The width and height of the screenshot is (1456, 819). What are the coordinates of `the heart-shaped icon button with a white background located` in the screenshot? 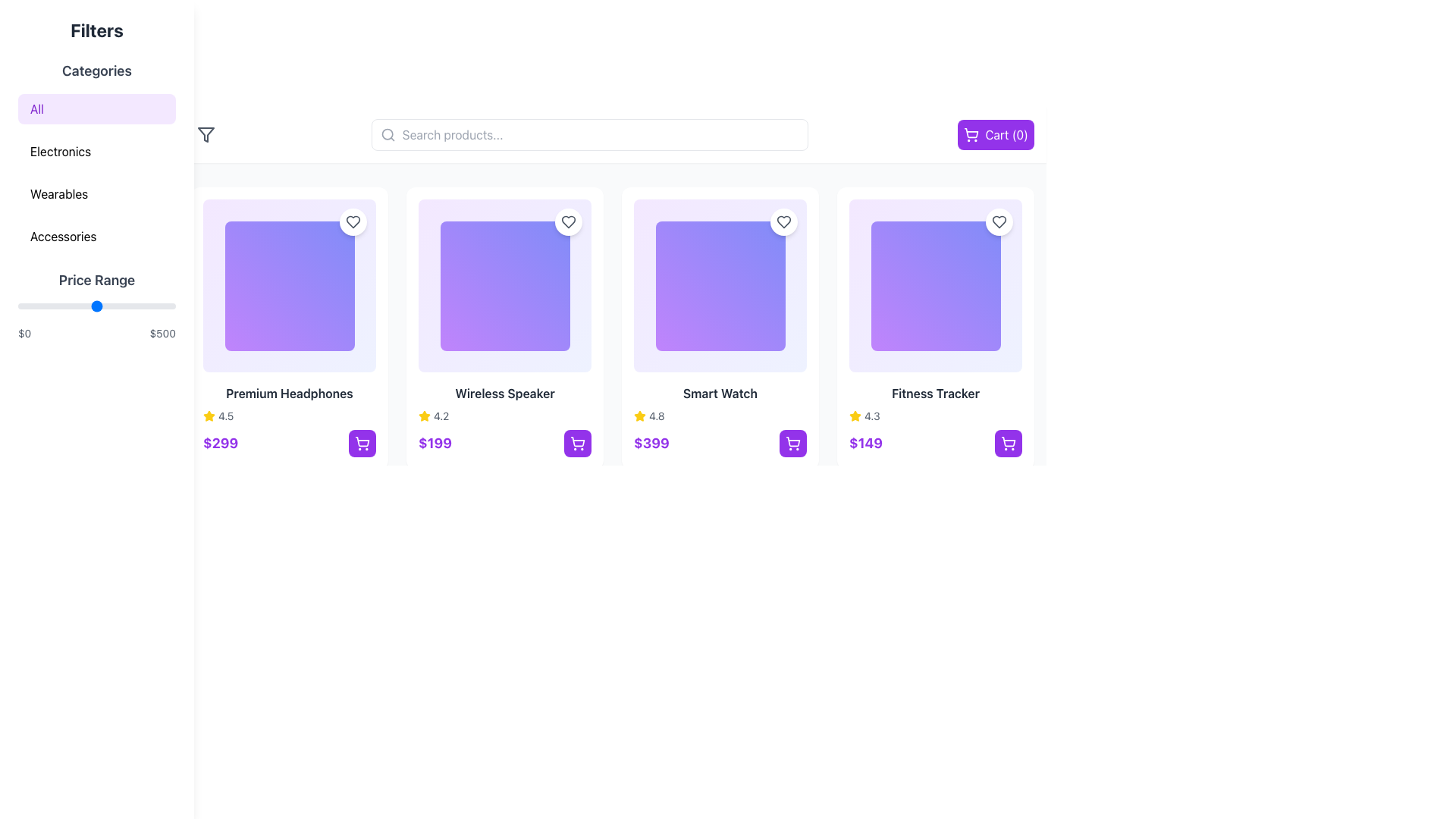 It's located at (999, 222).